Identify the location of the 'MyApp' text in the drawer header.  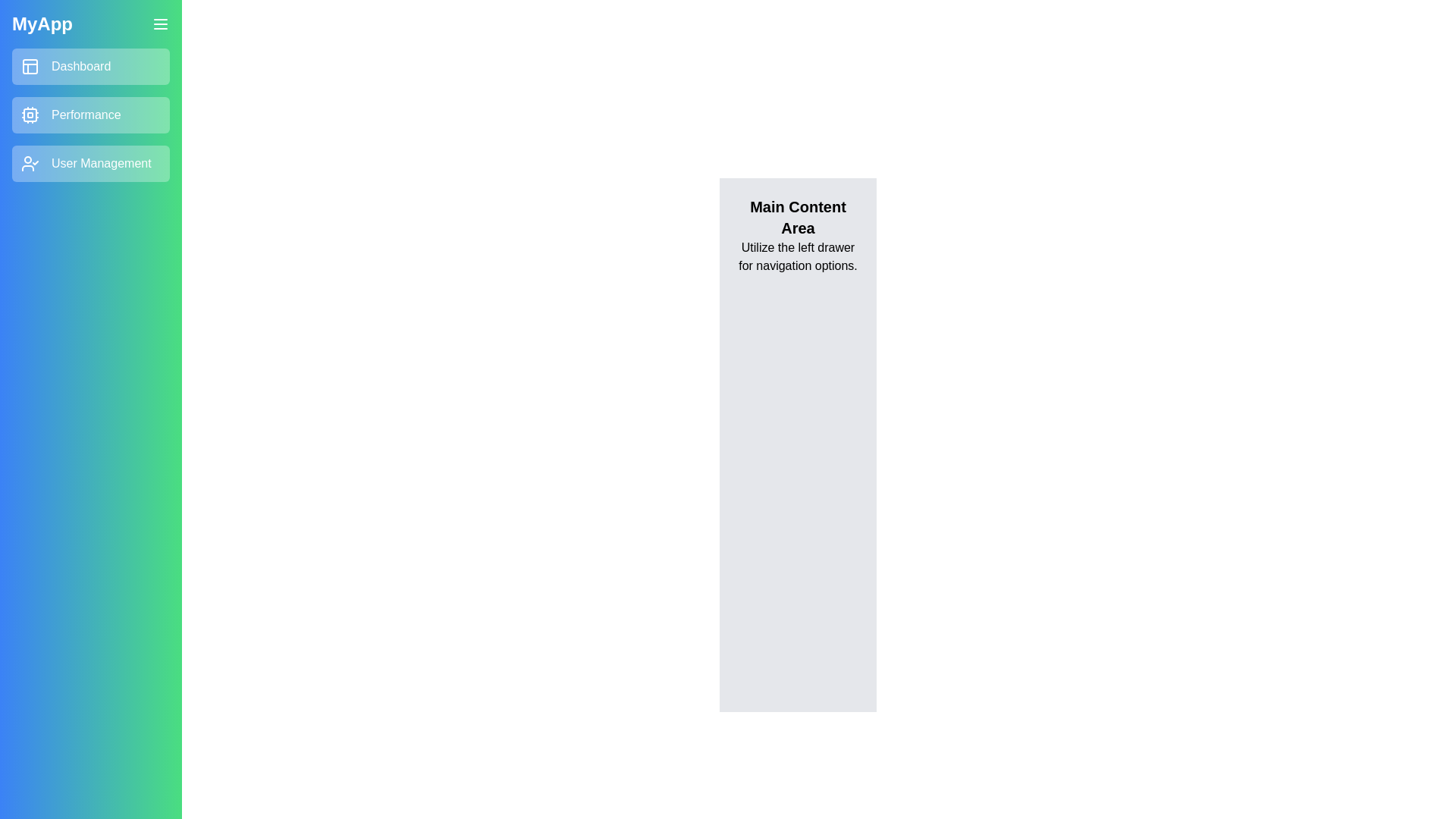
(42, 24).